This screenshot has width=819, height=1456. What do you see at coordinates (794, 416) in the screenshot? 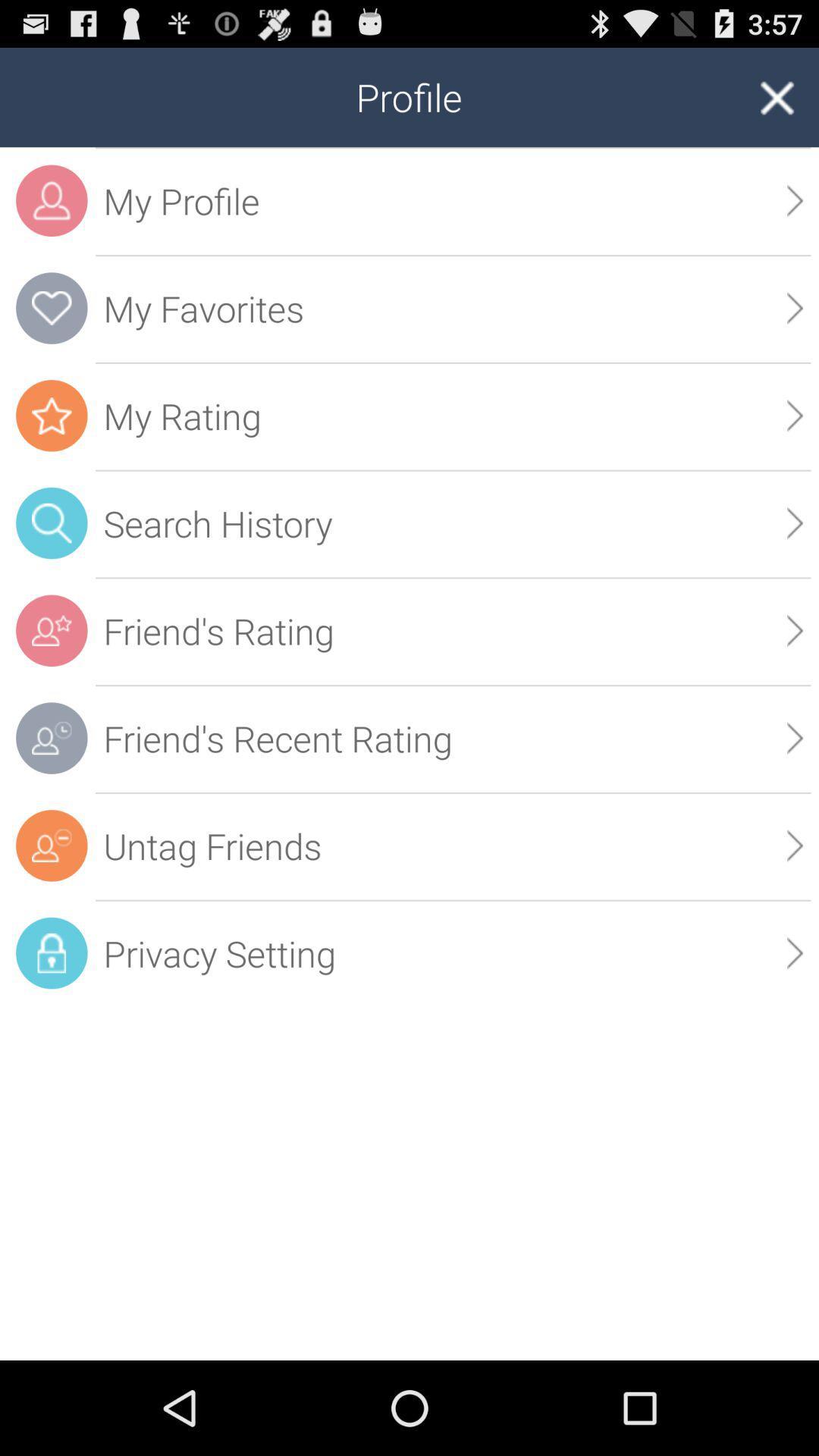
I see `the app below the my favorites app` at bounding box center [794, 416].